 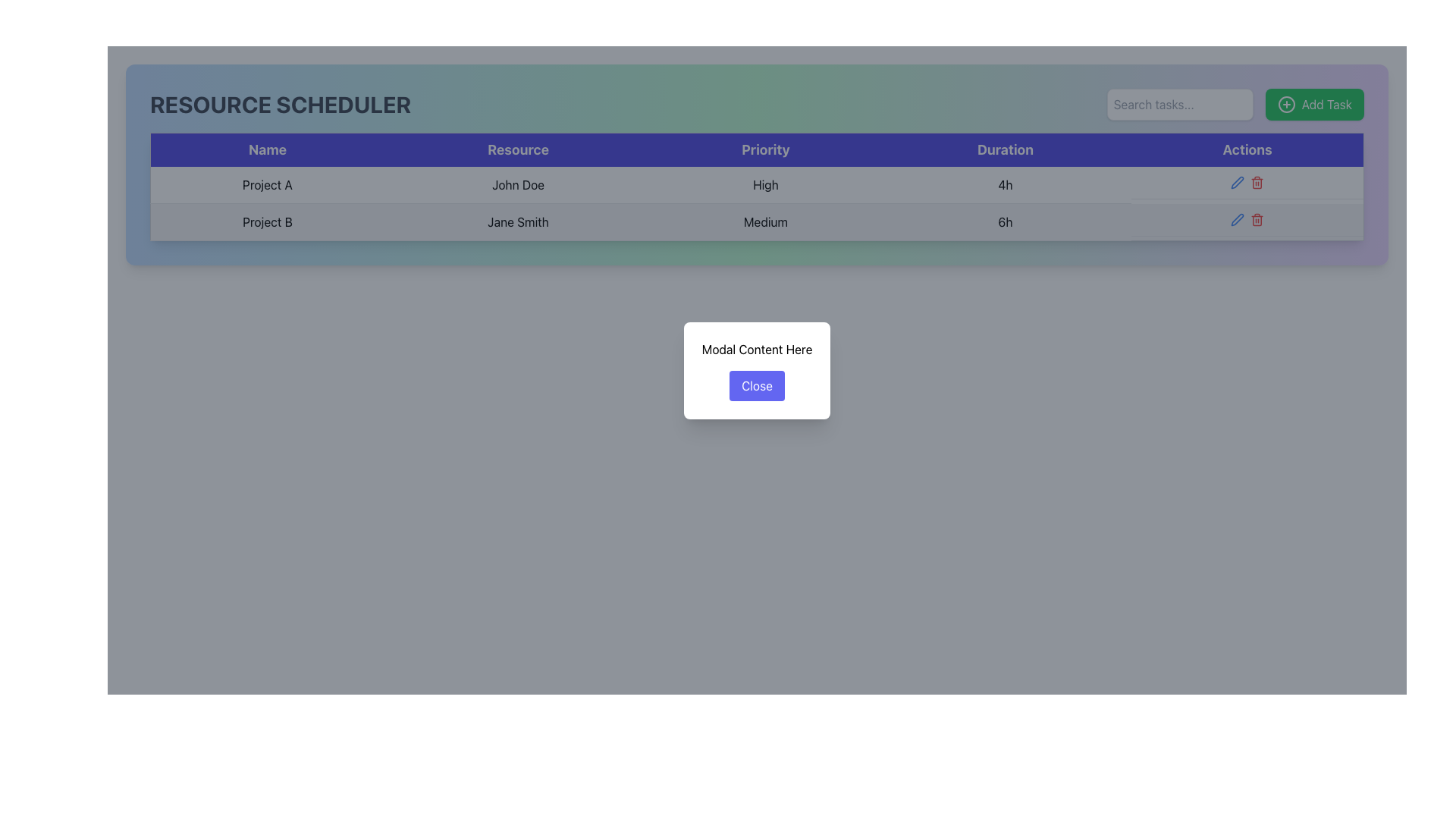 I want to click on text content from the table cell displaying 'Project B', located in the first column of the second row of the table, so click(x=267, y=222).